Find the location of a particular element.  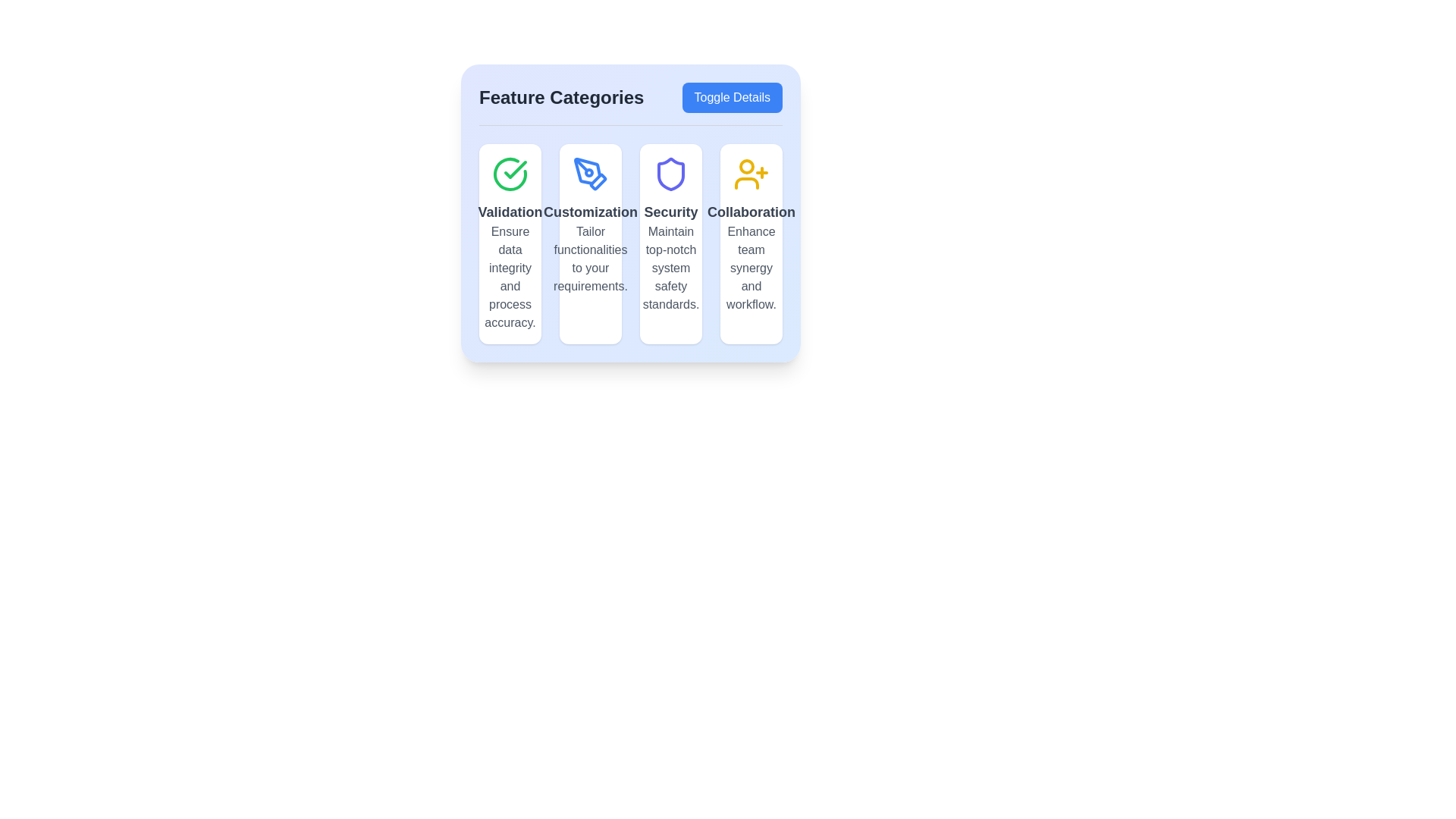

the text label providing context about the 'Customization' feature, located directly beneath the 'Customization' heading in the second column of a grid layout is located at coordinates (589, 259).